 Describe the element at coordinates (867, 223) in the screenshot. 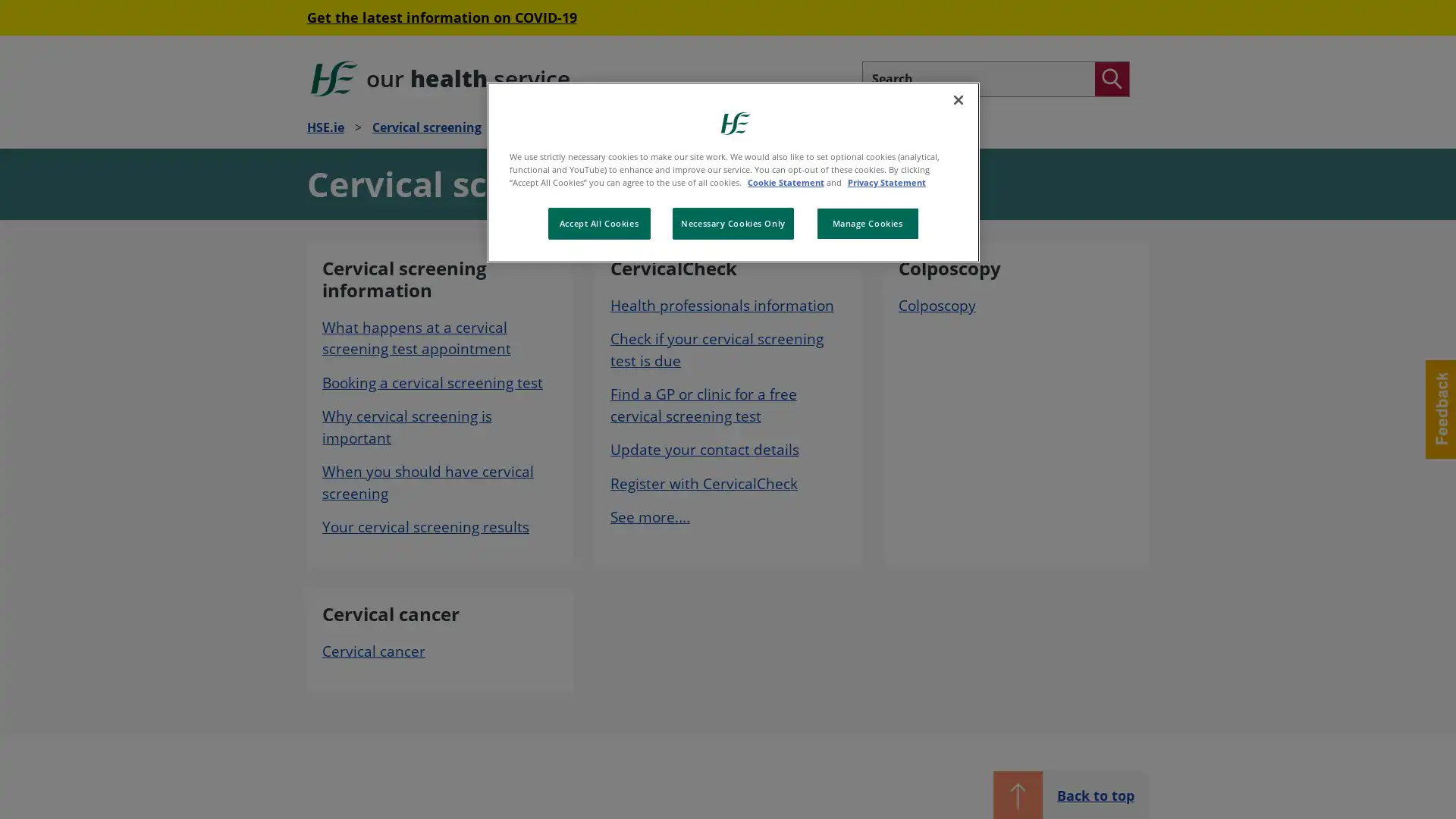

I see `Manage Cookies` at that location.